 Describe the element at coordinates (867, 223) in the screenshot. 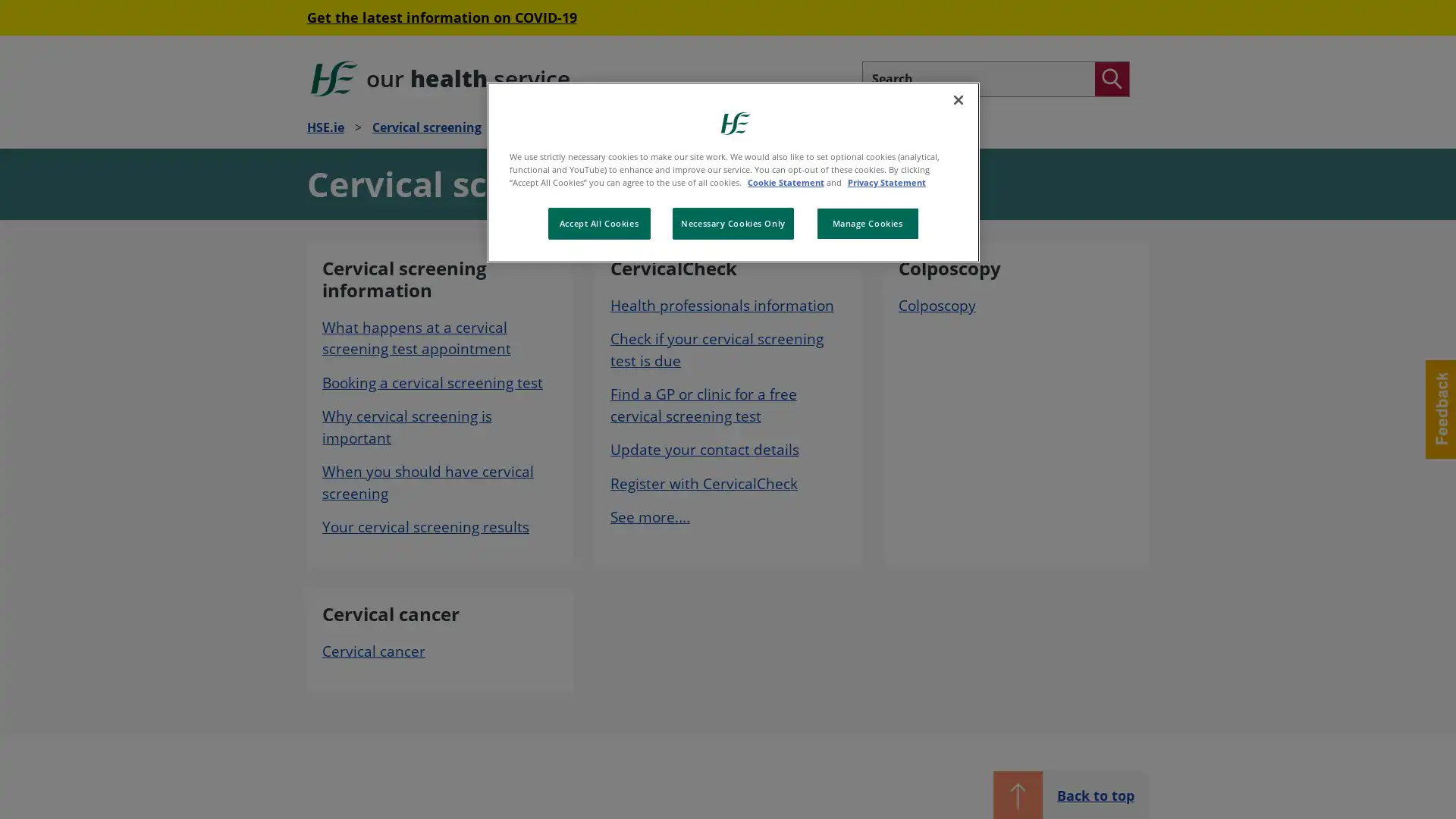

I see `Manage Cookies` at that location.